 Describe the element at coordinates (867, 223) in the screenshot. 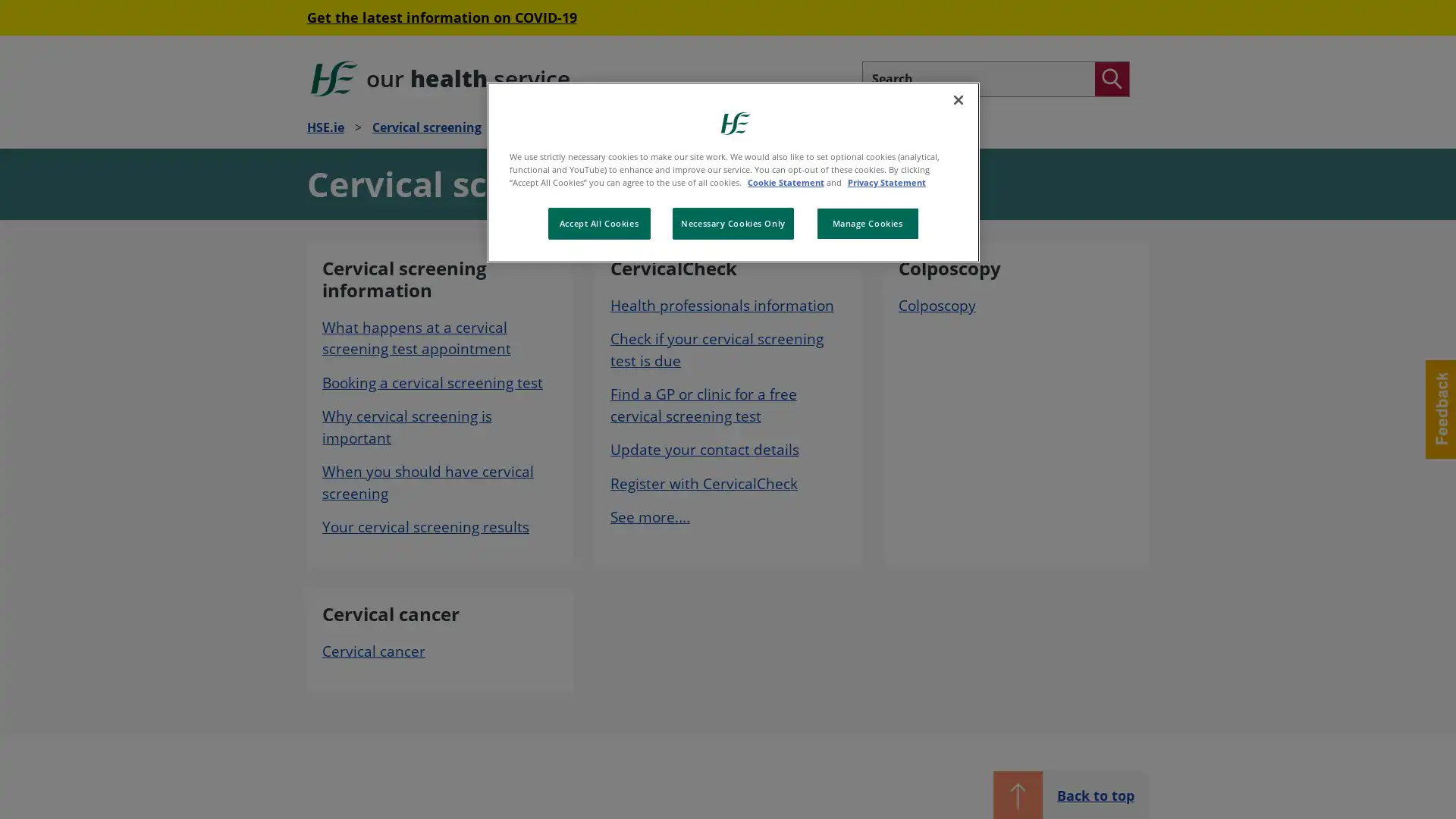

I see `Manage Cookies` at that location.